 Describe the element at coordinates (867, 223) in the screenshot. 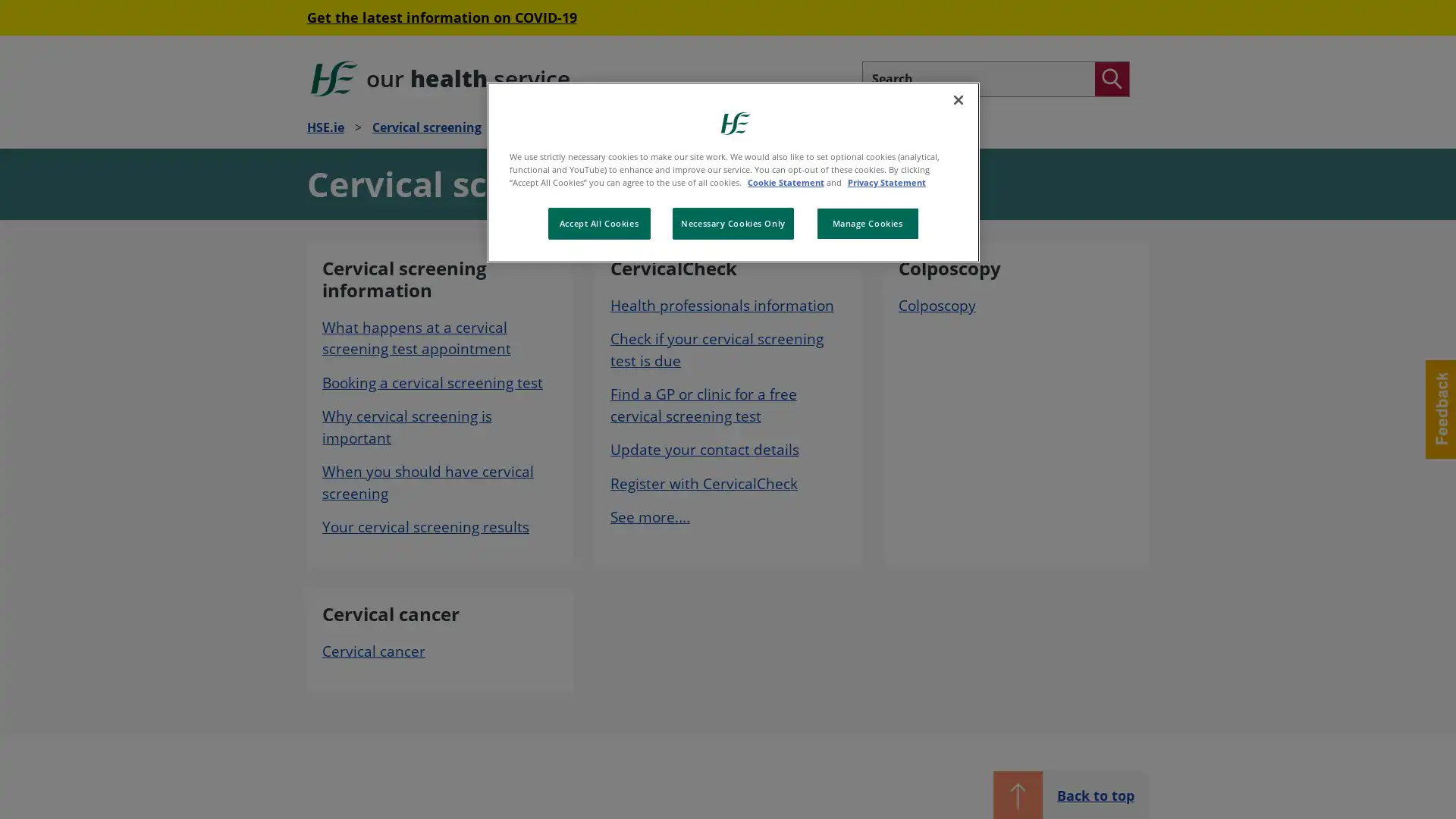

I see `Manage Cookies` at that location.